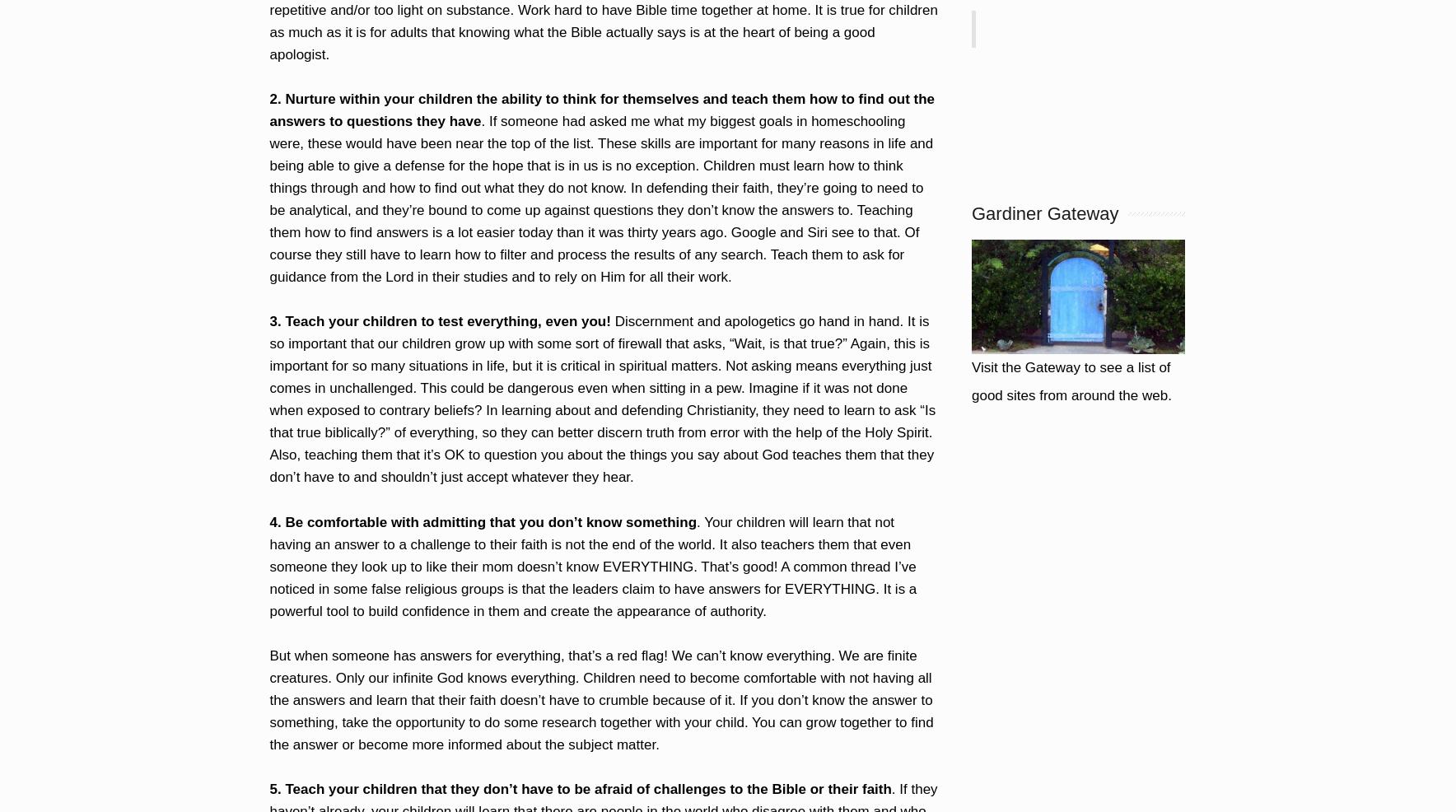 The width and height of the screenshot is (1456, 812). What do you see at coordinates (438, 320) in the screenshot?
I see `'3. Teach your children to test everything, even you!'` at bounding box center [438, 320].